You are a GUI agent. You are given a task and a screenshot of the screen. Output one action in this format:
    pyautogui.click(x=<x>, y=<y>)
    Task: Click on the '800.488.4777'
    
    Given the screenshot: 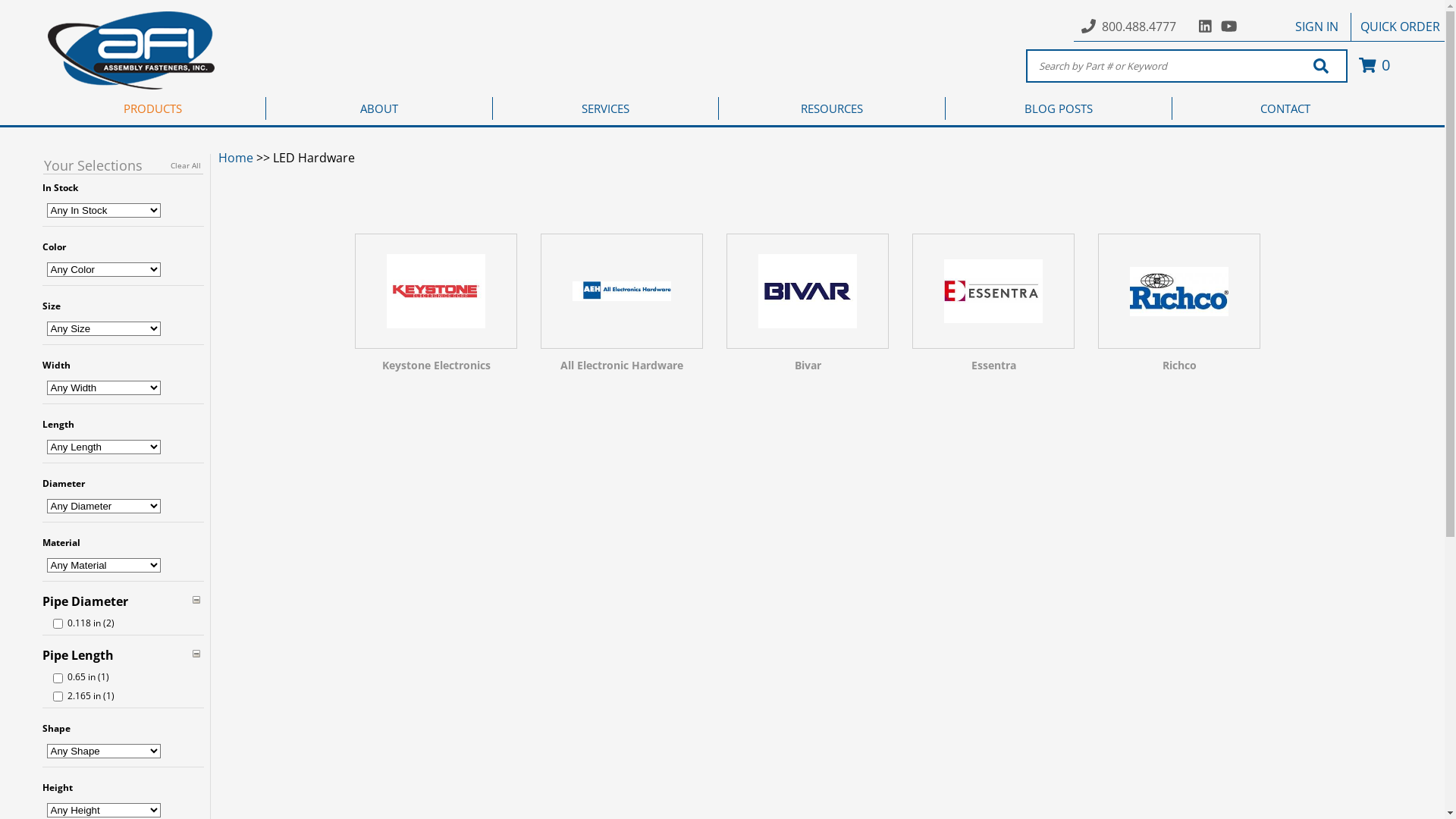 What is the action you would take?
    pyautogui.click(x=1139, y=26)
    